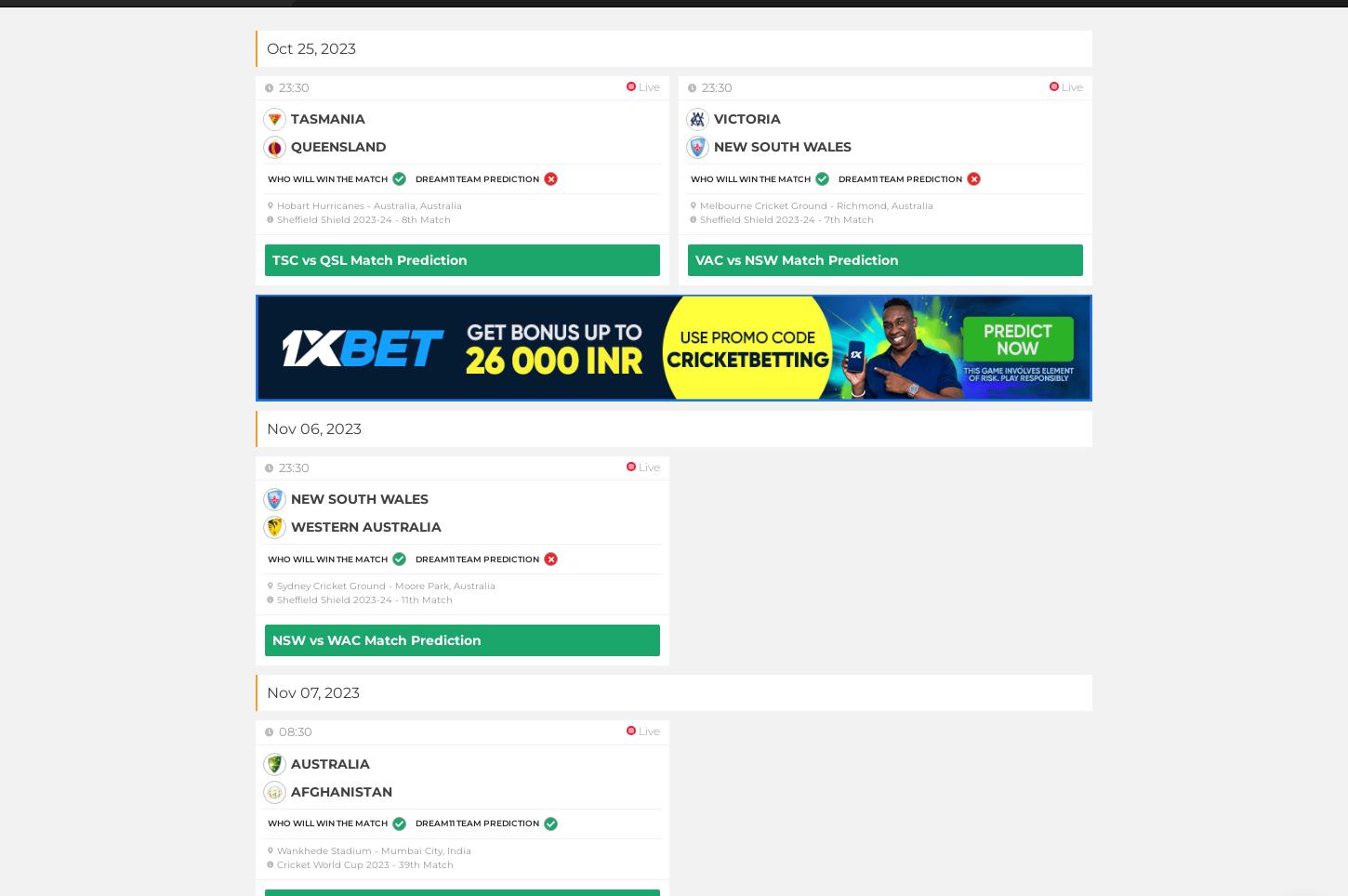  What do you see at coordinates (330, 762) in the screenshot?
I see `'Australia'` at bounding box center [330, 762].